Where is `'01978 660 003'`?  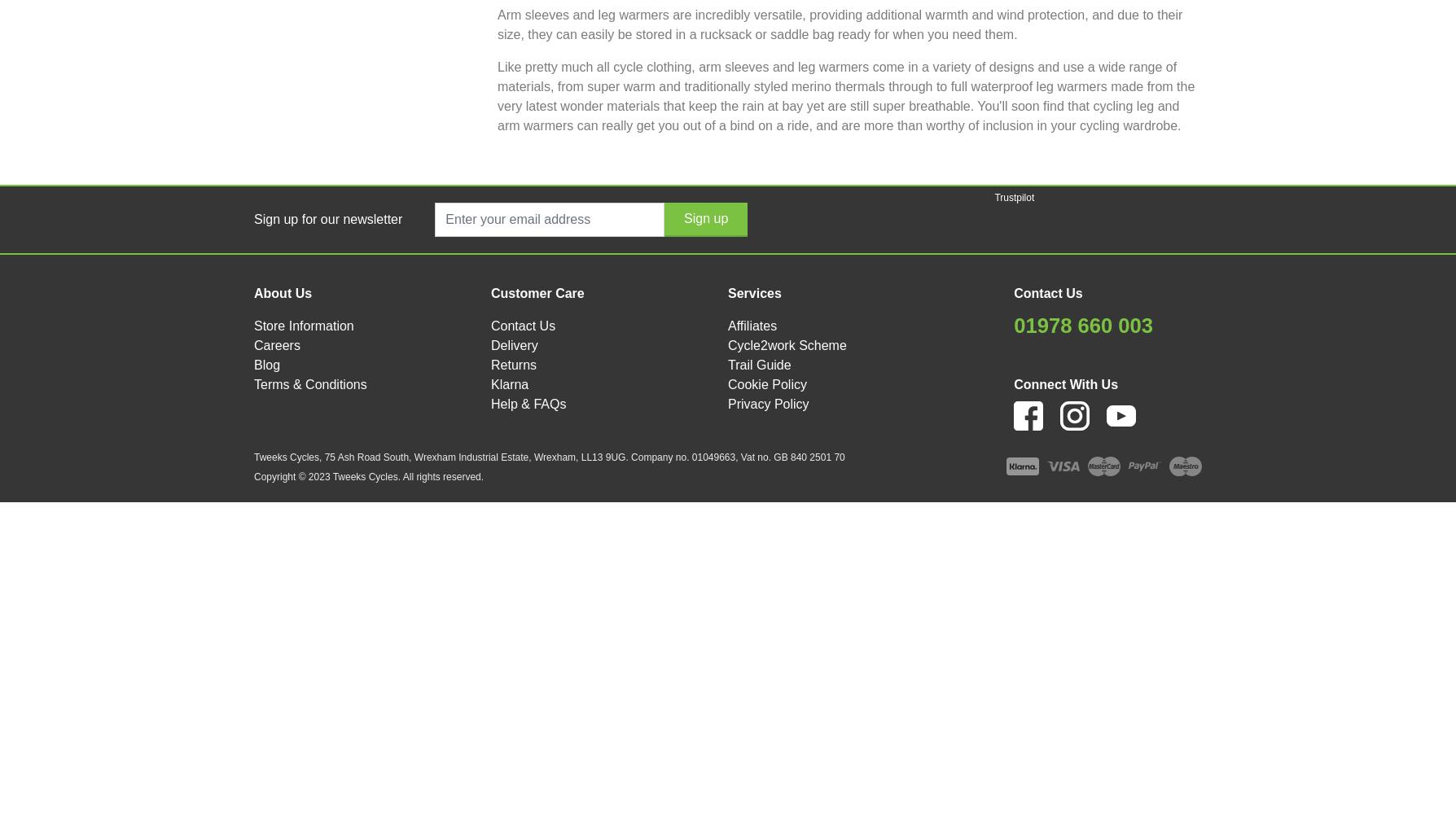
'01978 660 003' is located at coordinates (1082, 325).